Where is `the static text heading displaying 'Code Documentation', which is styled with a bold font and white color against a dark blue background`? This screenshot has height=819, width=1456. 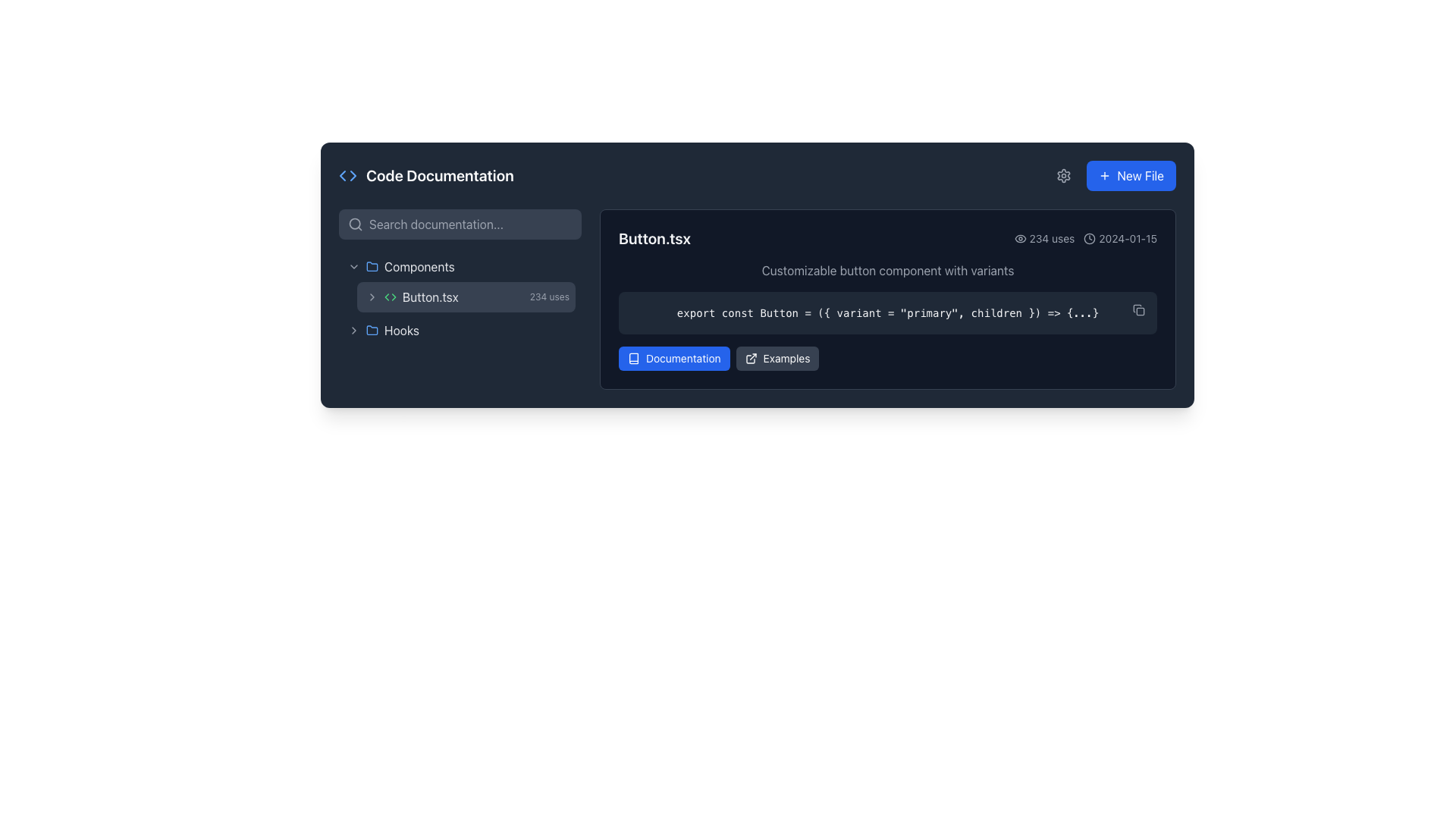
the static text heading displaying 'Code Documentation', which is styled with a bold font and white color against a dark blue background is located at coordinates (439, 174).